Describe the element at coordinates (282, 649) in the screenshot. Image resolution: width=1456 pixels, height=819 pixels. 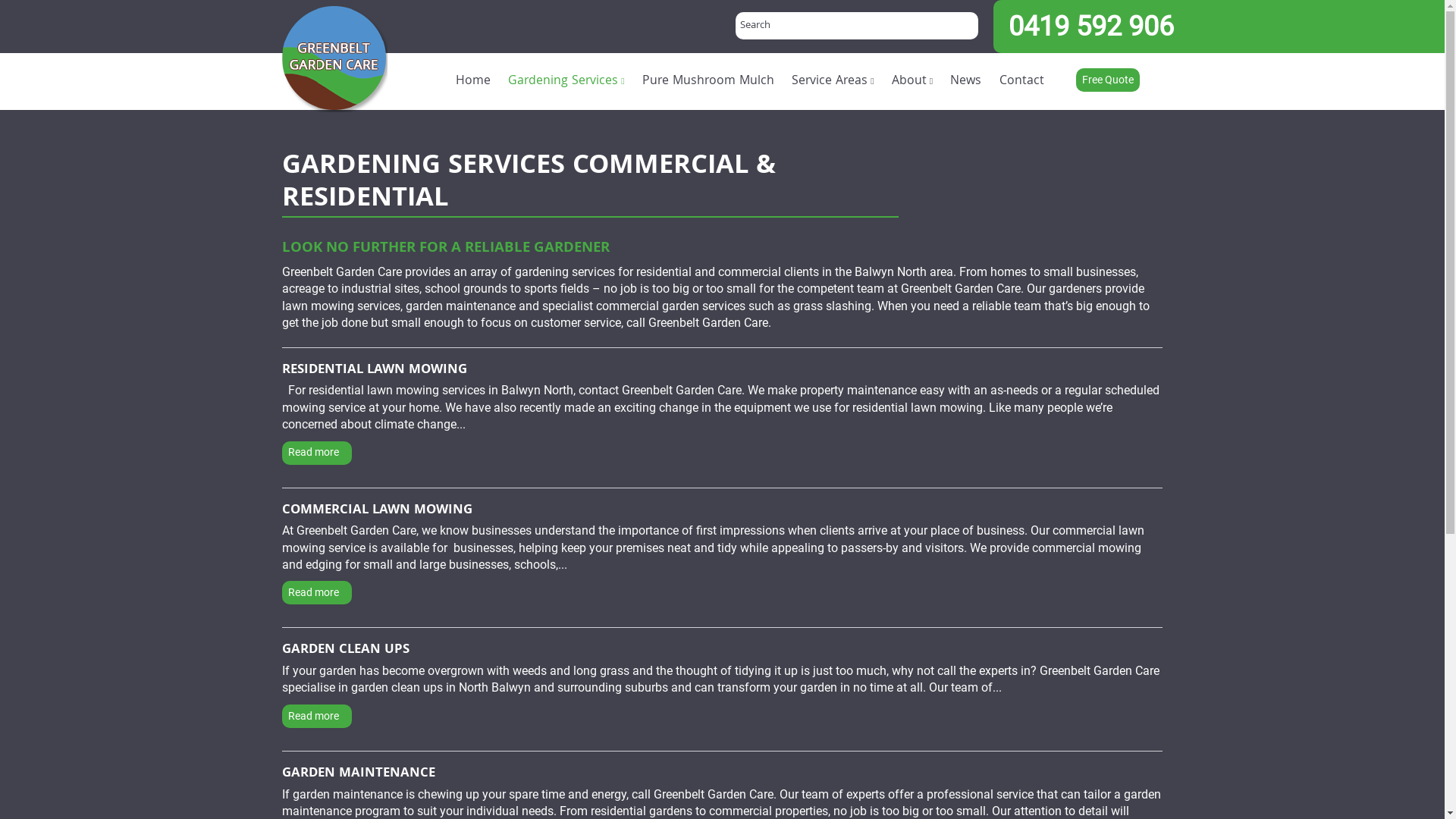
I see `'GARDEN CLEAN UPS'` at that location.